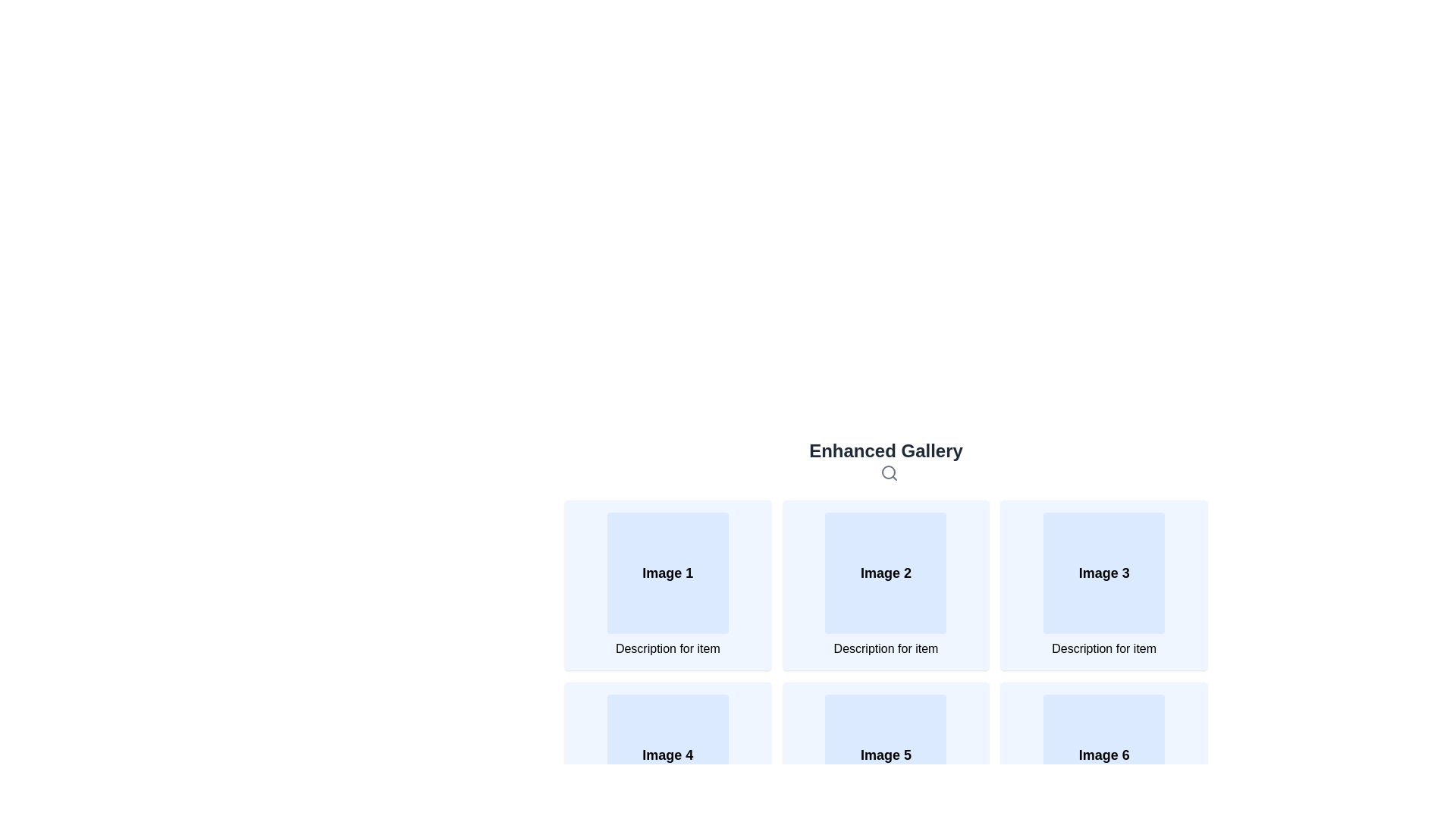  Describe the element at coordinates (886, 648) in the screenshot. I see `text content of the label displaying 'Description for item', which is positioned below the image placeholder labeled 'Image 2' in a card structure with a blue background` at that location.